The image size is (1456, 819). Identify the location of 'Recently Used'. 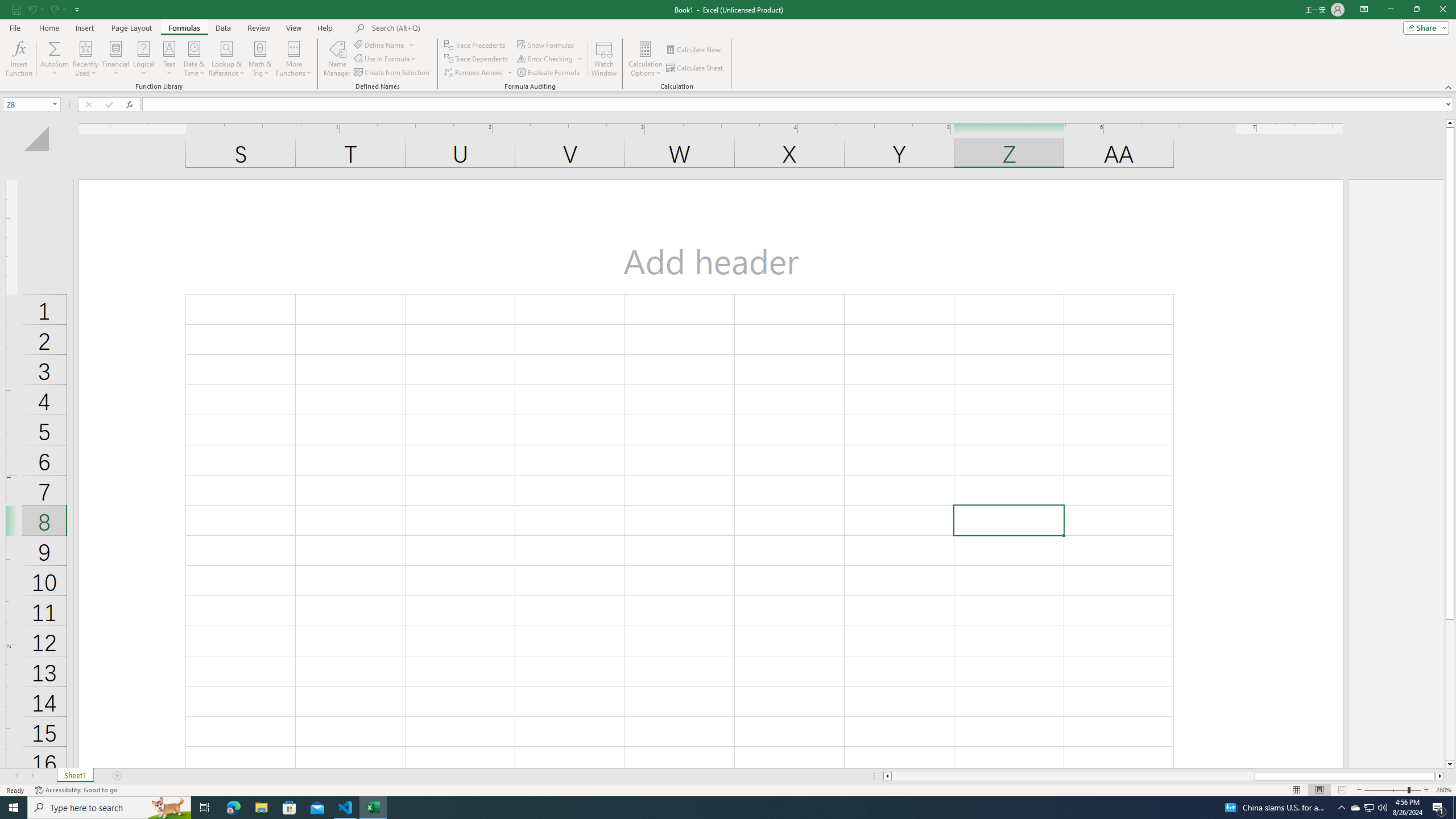
(85, 59).